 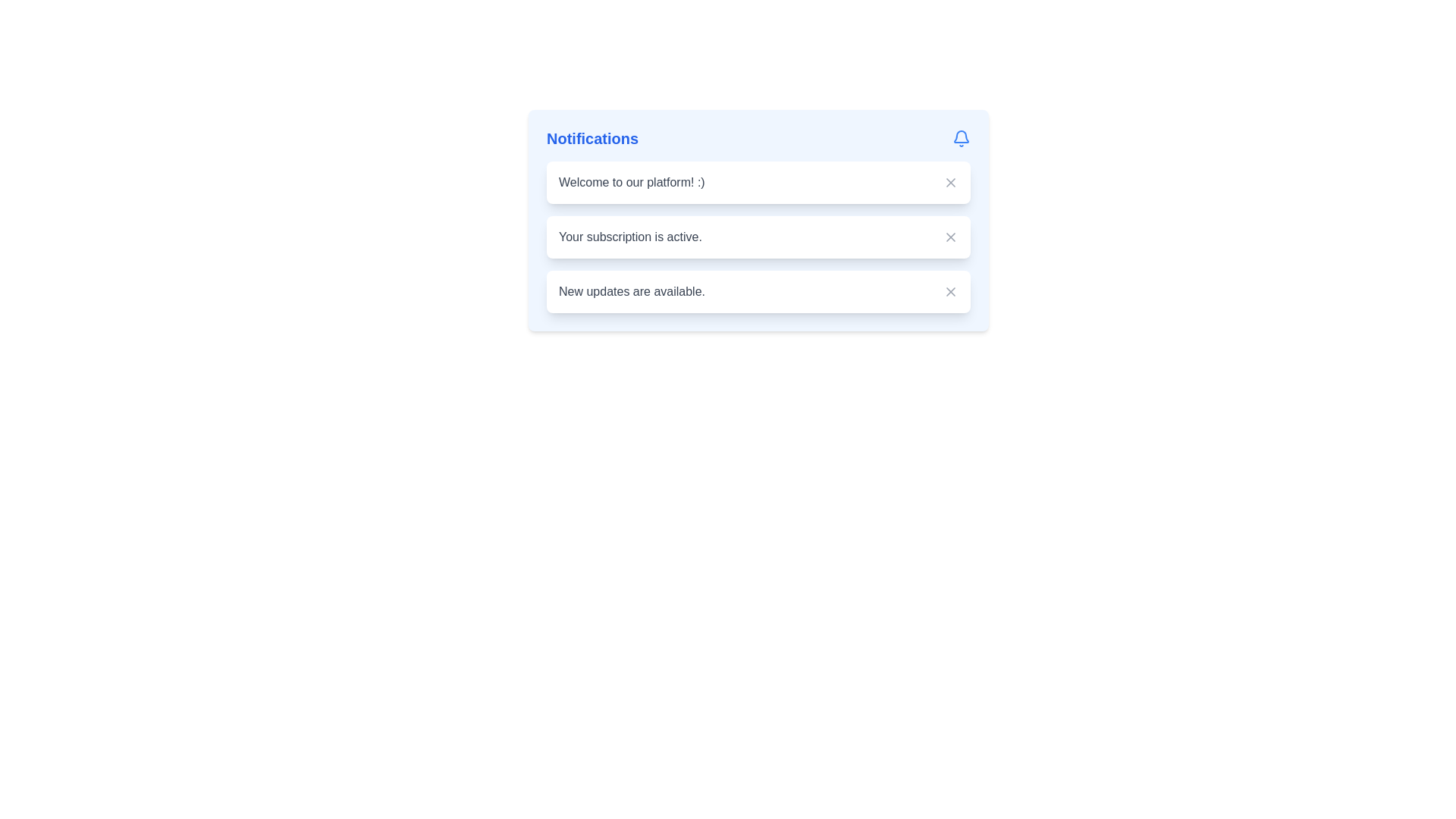 What do you see at coordinates (949, 292) in the screenshot?
I see `the small cross-shaped icon located to the far right of the text 'New updates are available.'` at bounding box center [949, 292].